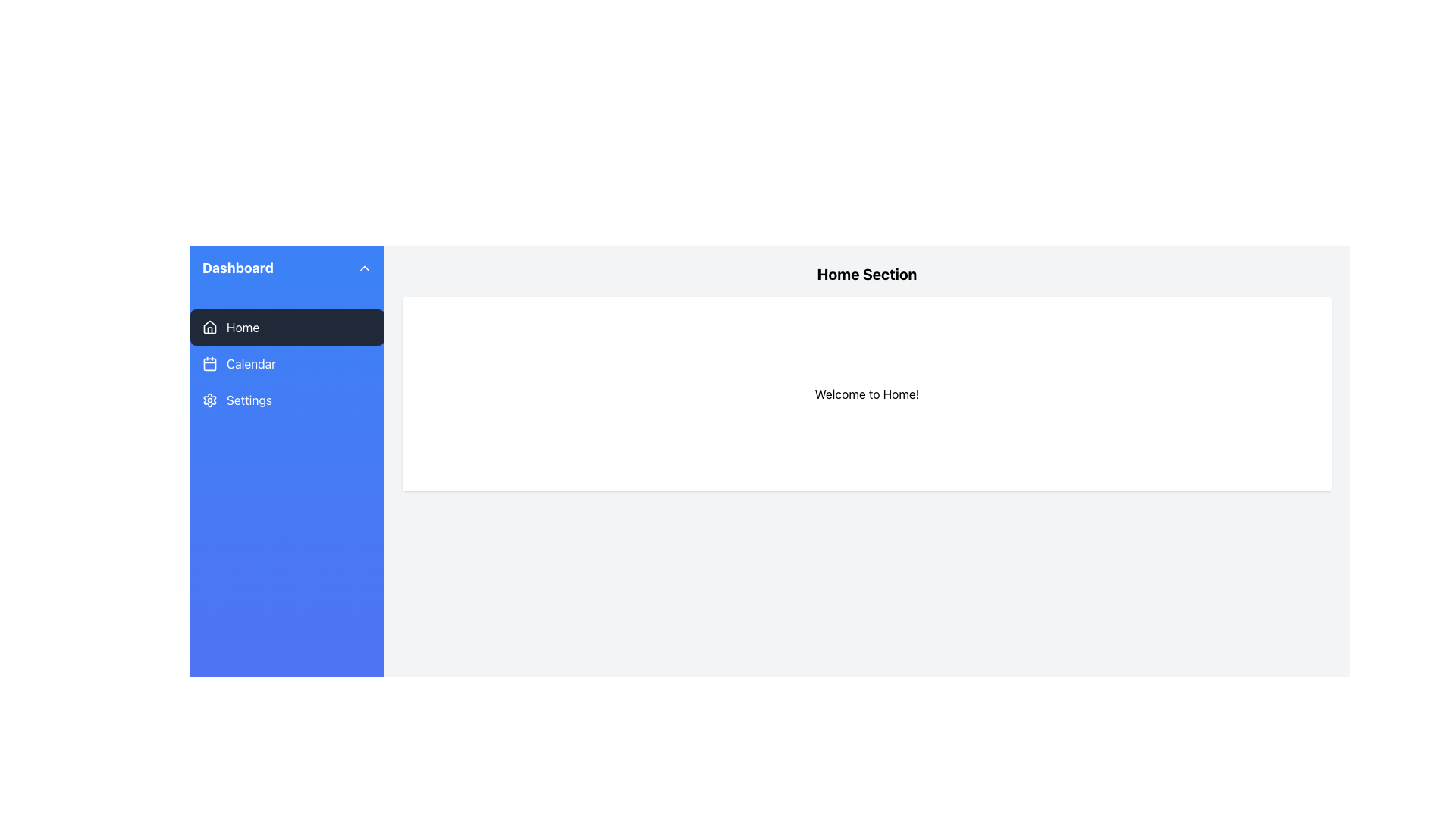 The height and width of the screenshot is (819, 1456). Describe the element at coordinates (209, 400) in the screenshot. I see `the gear icon associated with the 'Settings' menu in the sidebar navigation, which is located to the left of the text 'Settings'` at that location.